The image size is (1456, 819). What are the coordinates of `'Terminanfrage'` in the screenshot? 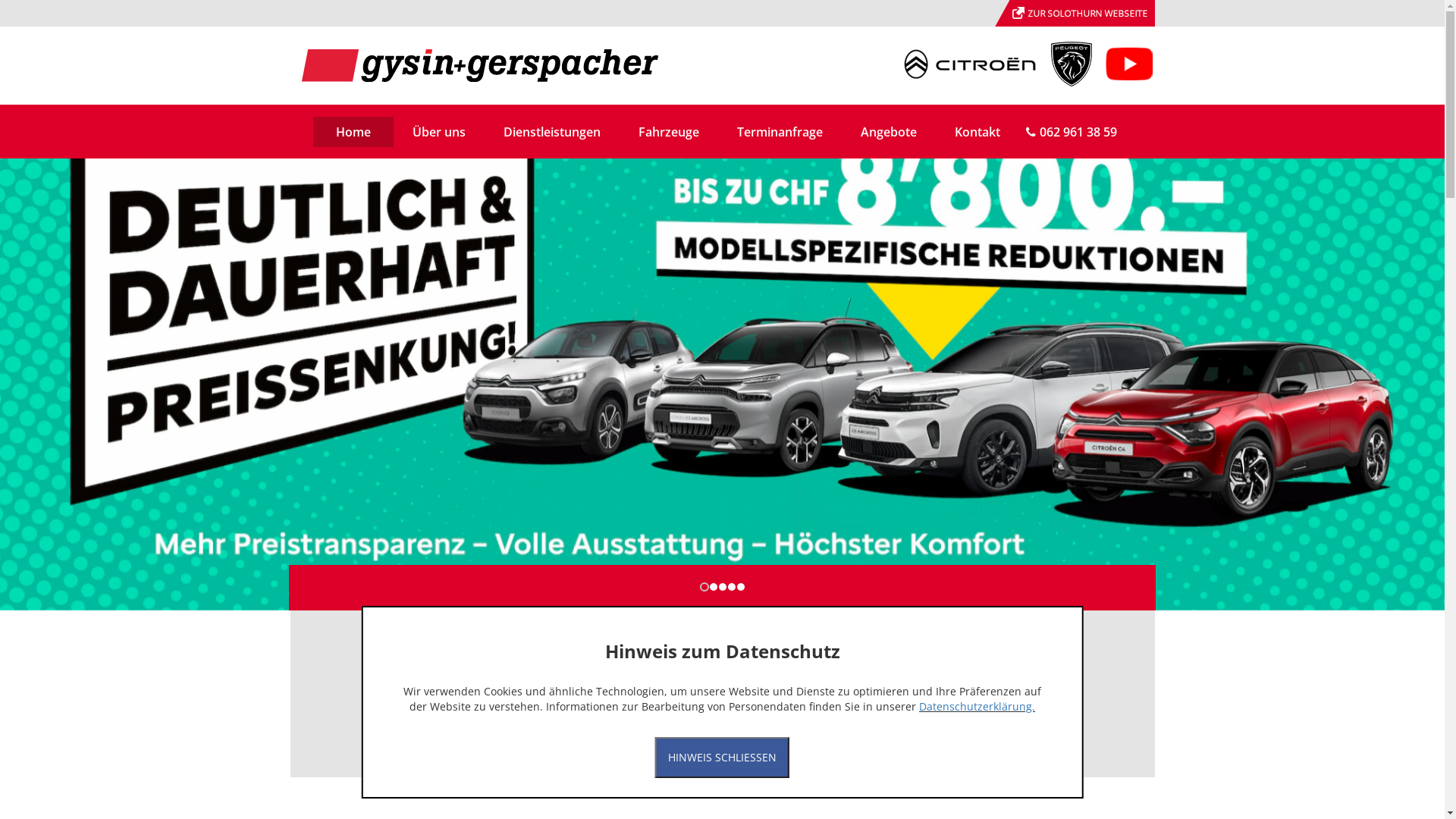 It's located at (716, 130).